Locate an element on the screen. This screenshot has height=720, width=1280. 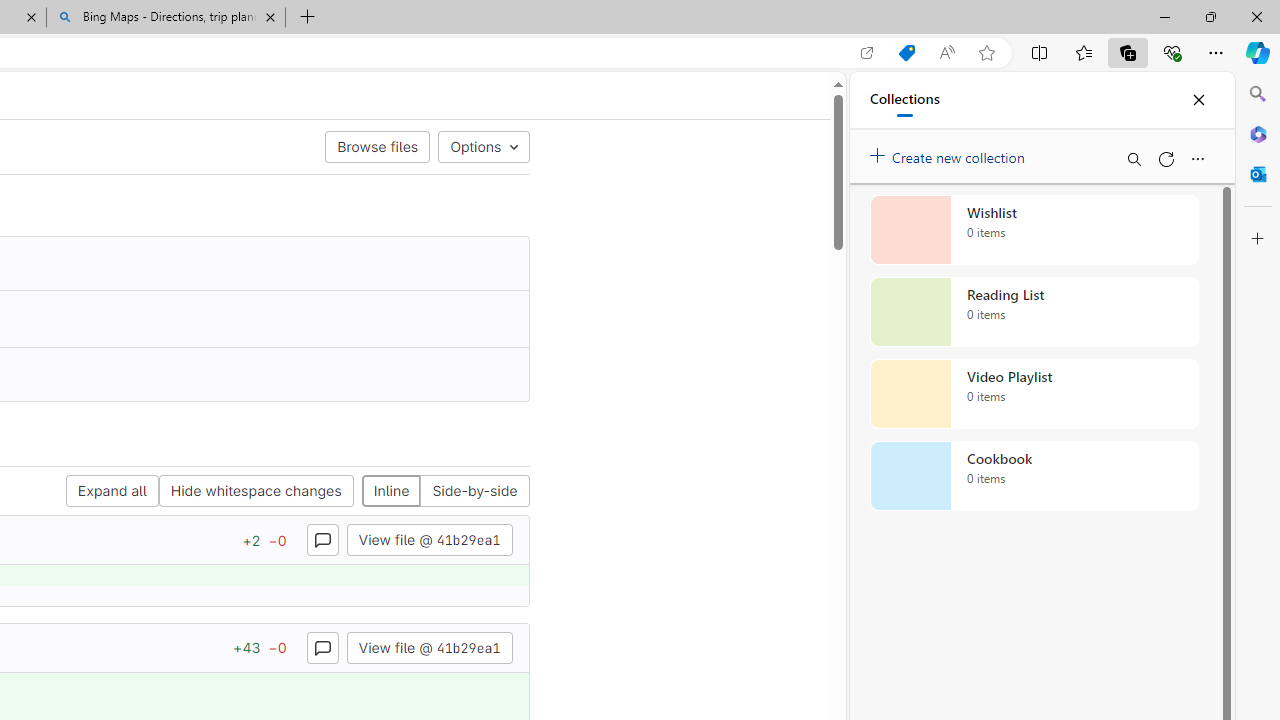
'Wishlist collection, 0 items' is located at coordinates (1034, 229).